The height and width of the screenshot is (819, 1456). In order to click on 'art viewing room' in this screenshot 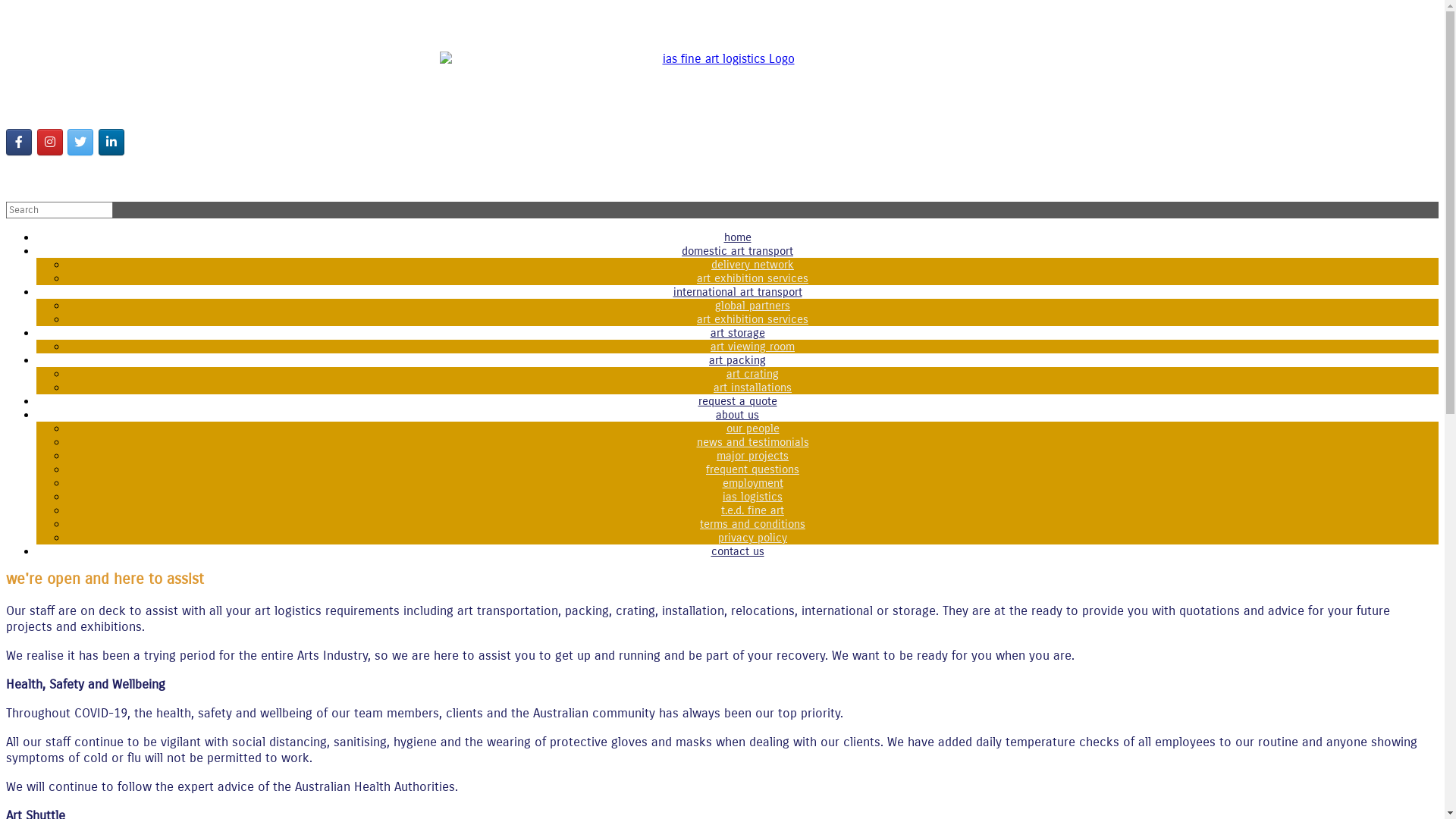, I will do `click(752, 346)`.